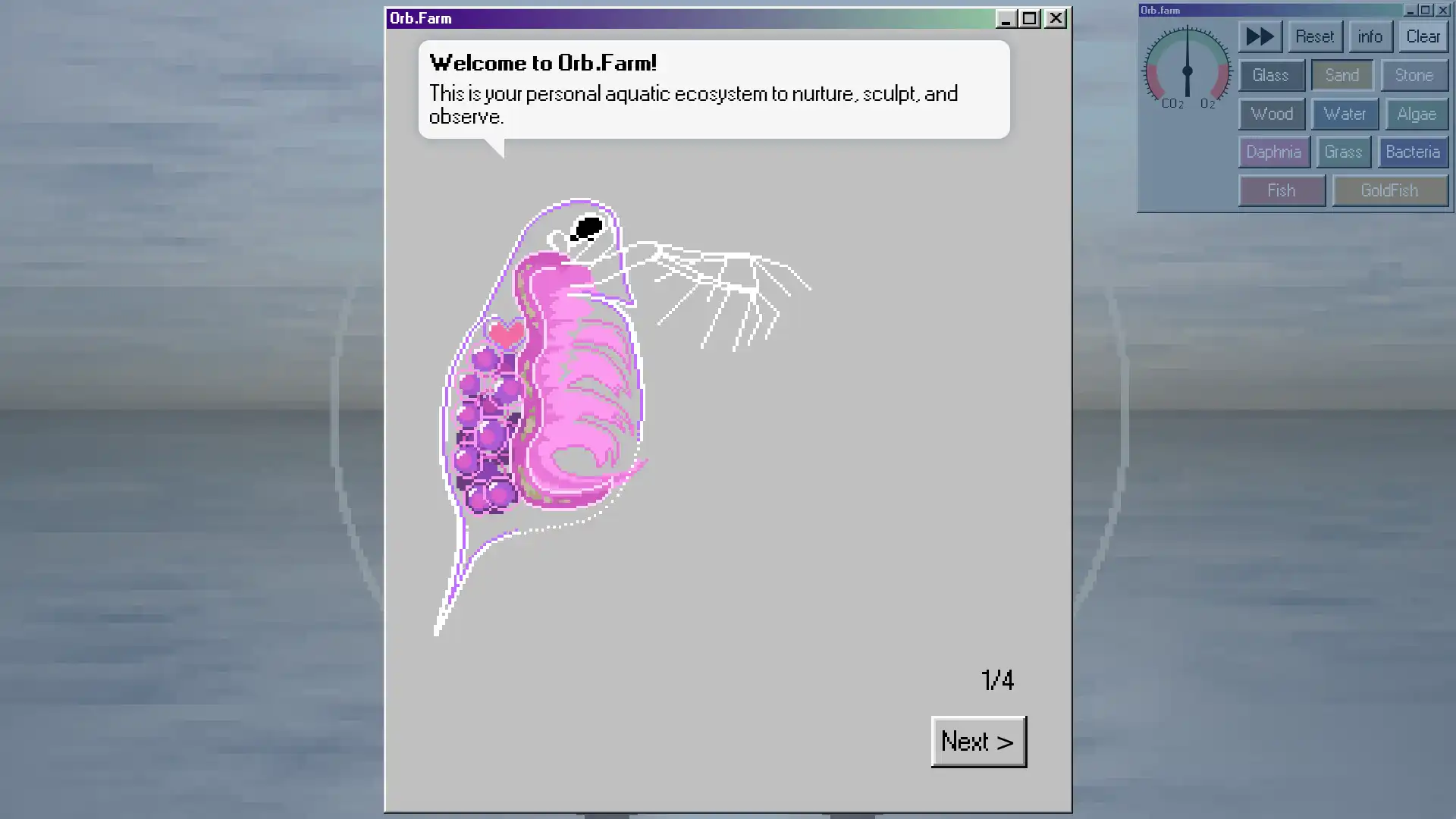  I want to click on Wood, so click(677, 59).